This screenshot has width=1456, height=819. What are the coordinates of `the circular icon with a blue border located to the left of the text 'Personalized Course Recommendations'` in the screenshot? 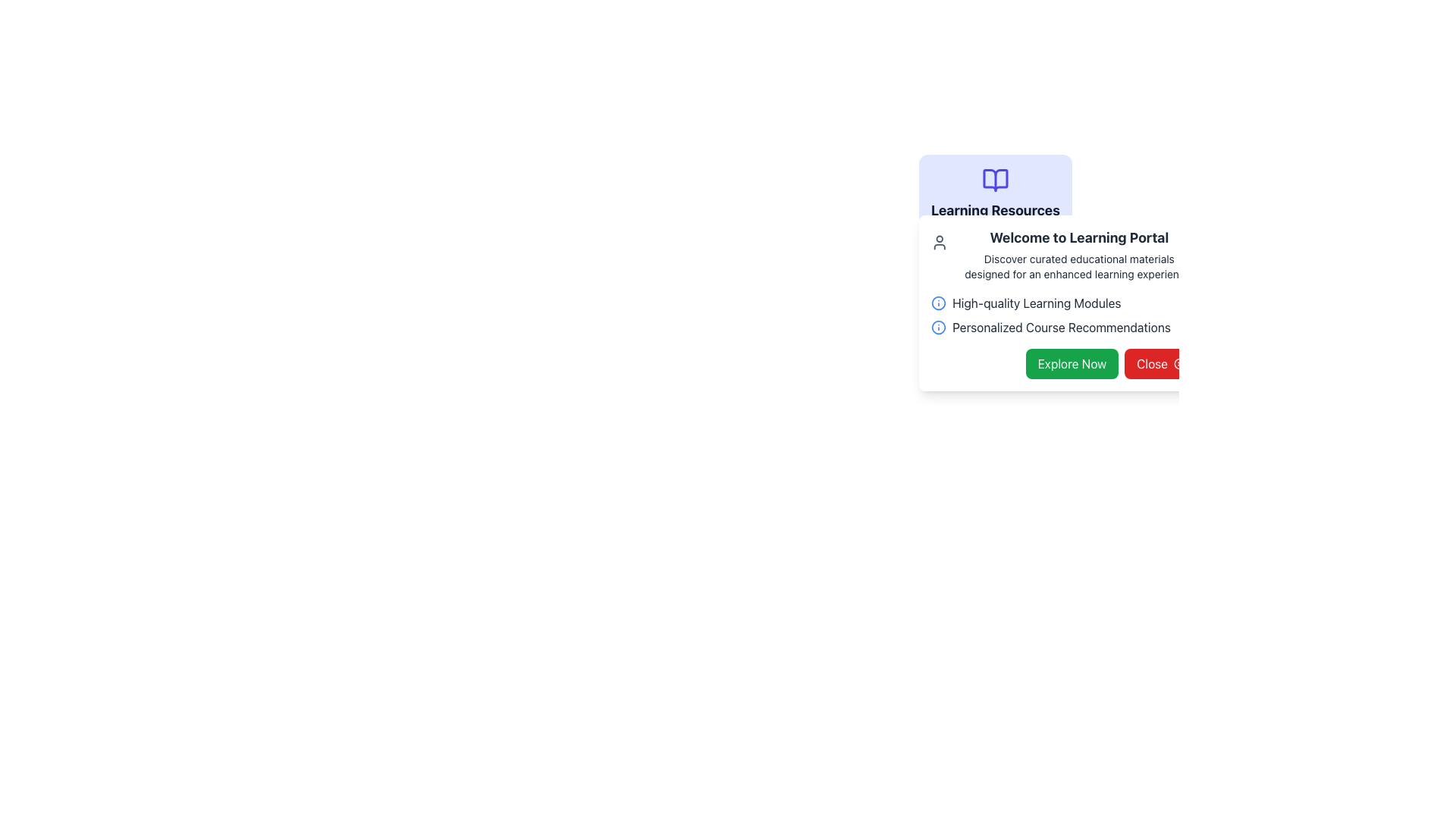 It's located at (938, 327).